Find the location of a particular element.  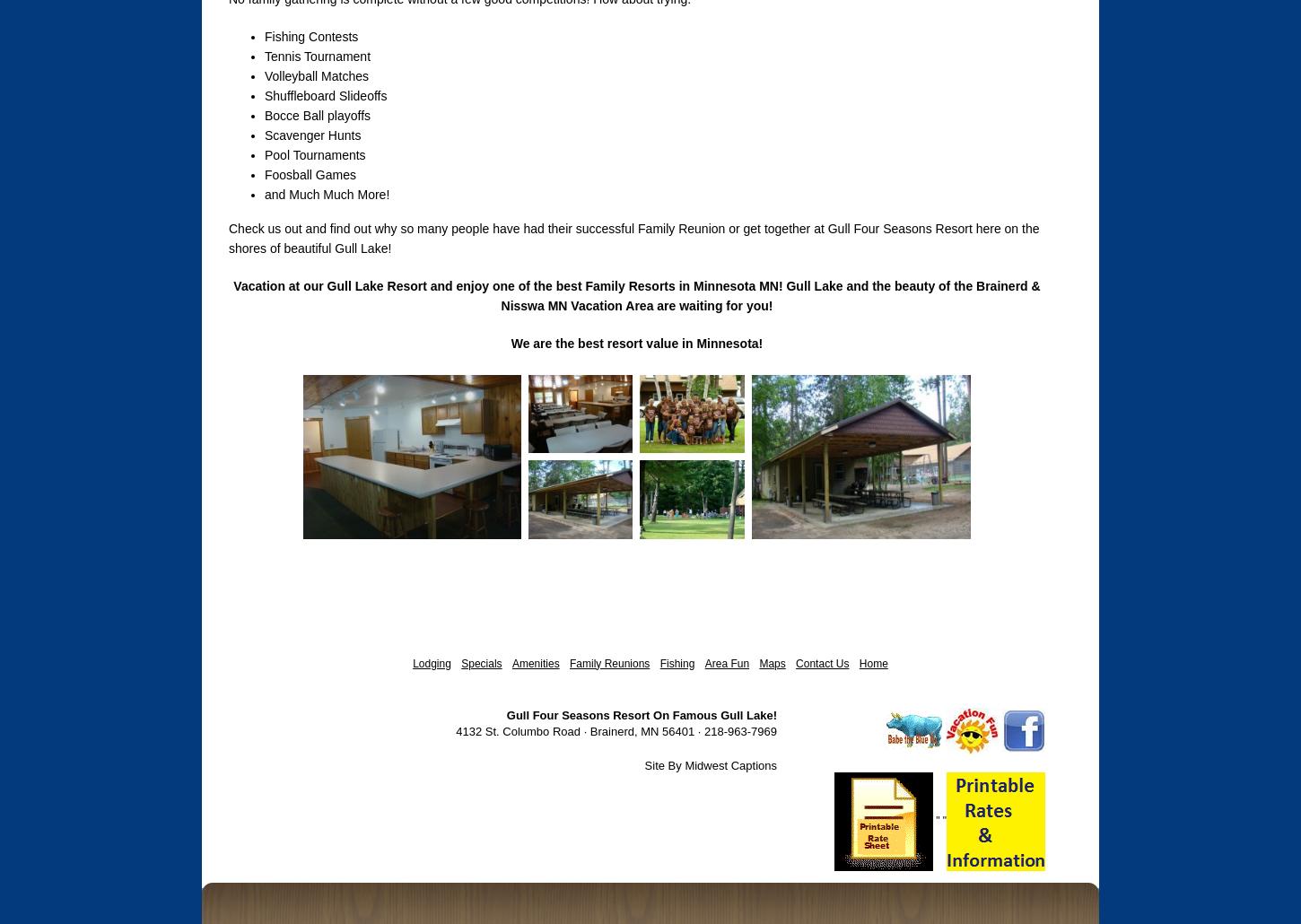

'Fishing Contests' is located at coordinates (310, 36).